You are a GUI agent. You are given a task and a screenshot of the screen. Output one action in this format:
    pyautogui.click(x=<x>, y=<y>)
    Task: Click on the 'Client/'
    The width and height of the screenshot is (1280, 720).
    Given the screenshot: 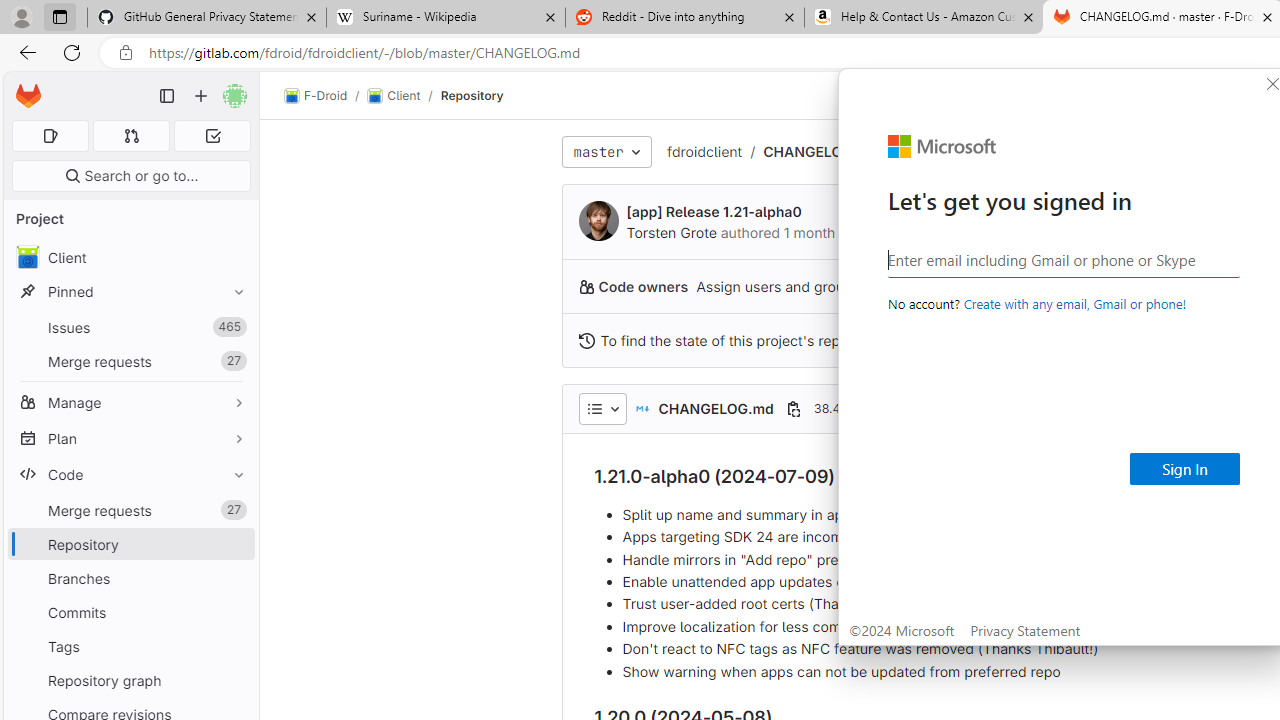 What is the action you would take?
    pyautogui.click(x=403, y=96)
    